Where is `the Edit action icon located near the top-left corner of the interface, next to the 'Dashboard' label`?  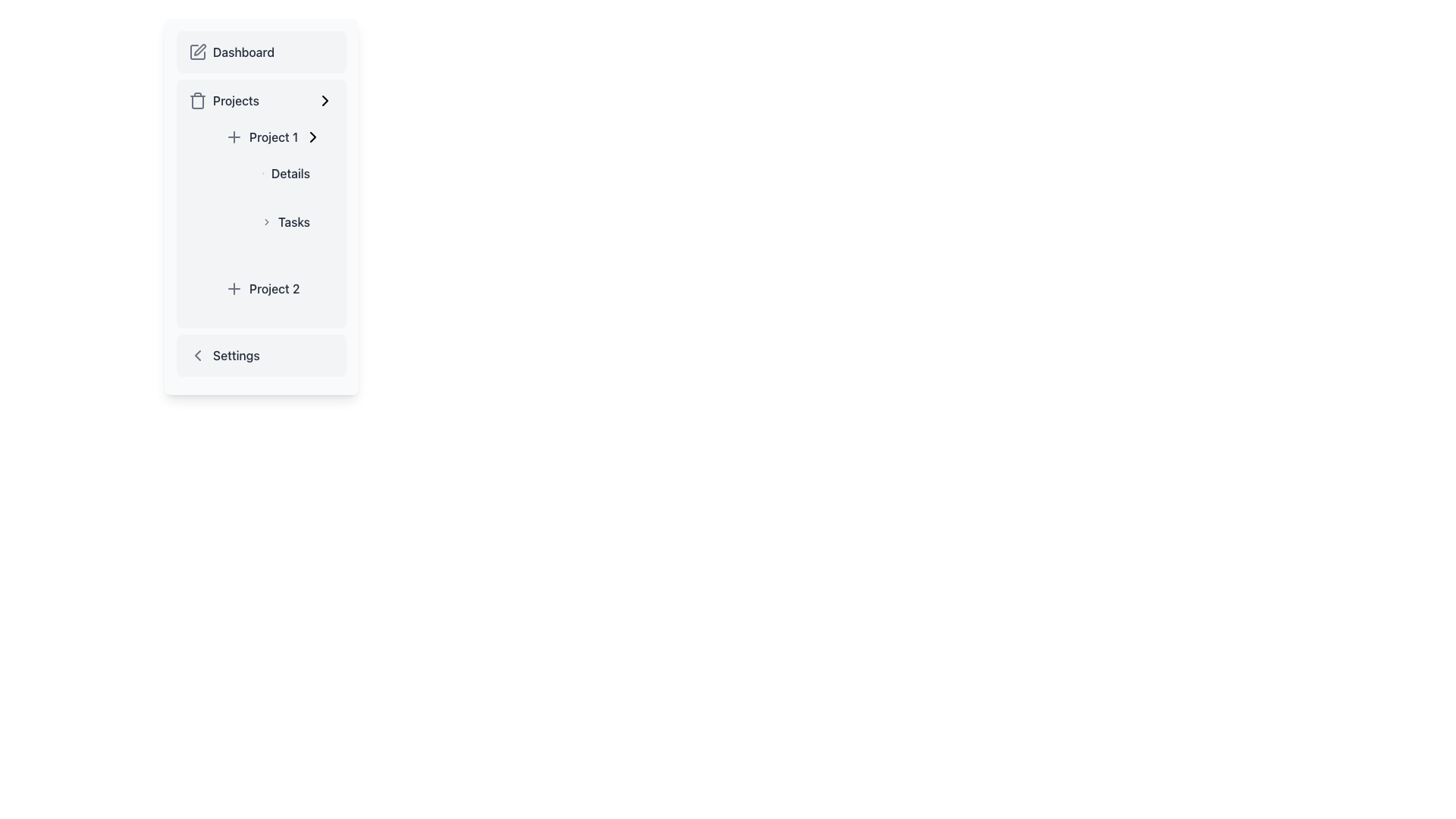 the Edit action icon located near the top-left corner of the interface, next to the 'Dashboard' label is located at coordinates (199, 49).